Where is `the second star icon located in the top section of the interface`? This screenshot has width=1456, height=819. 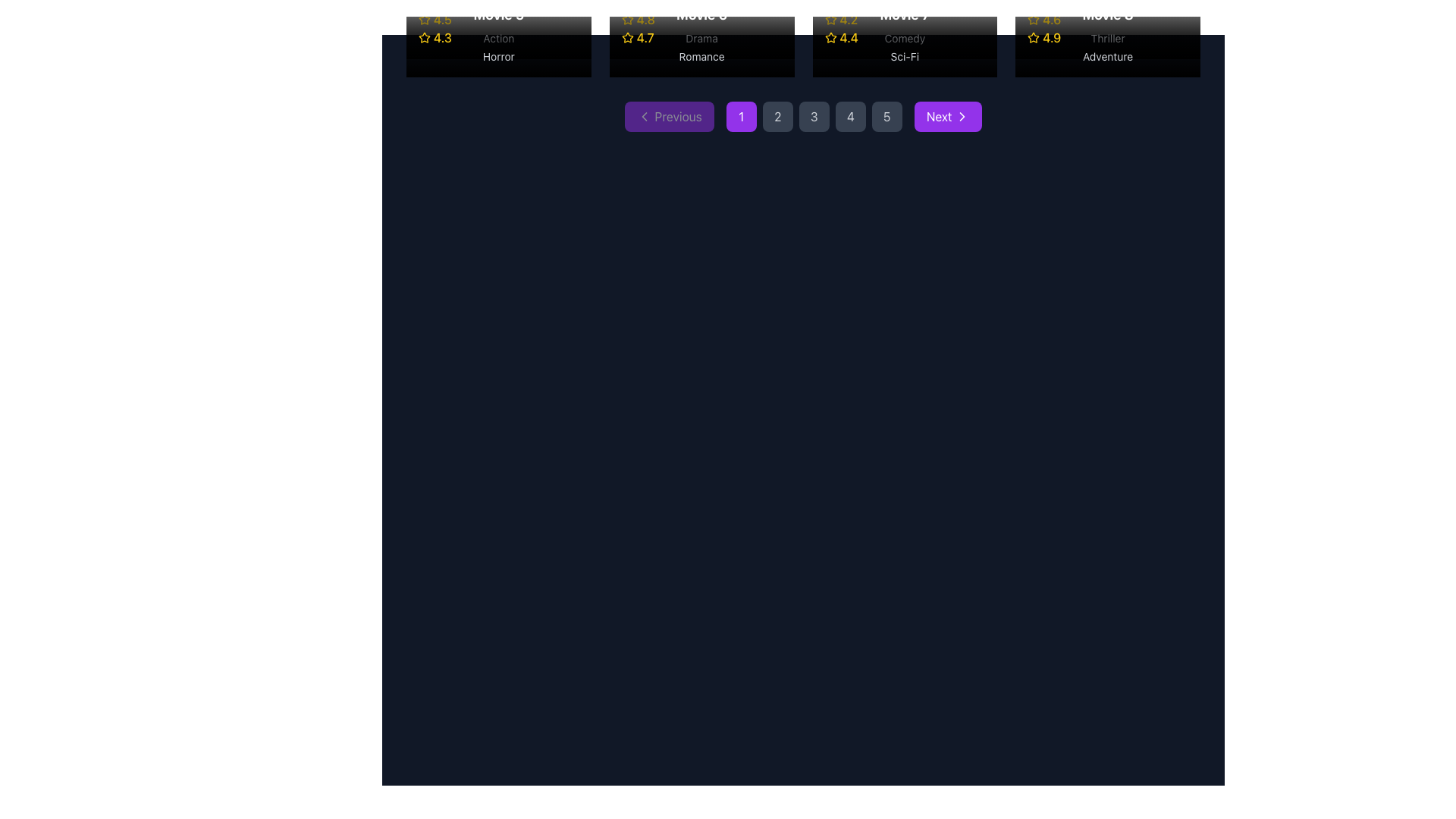 the second star icon located in the top section of the interface is located at coordinates (627, 36).